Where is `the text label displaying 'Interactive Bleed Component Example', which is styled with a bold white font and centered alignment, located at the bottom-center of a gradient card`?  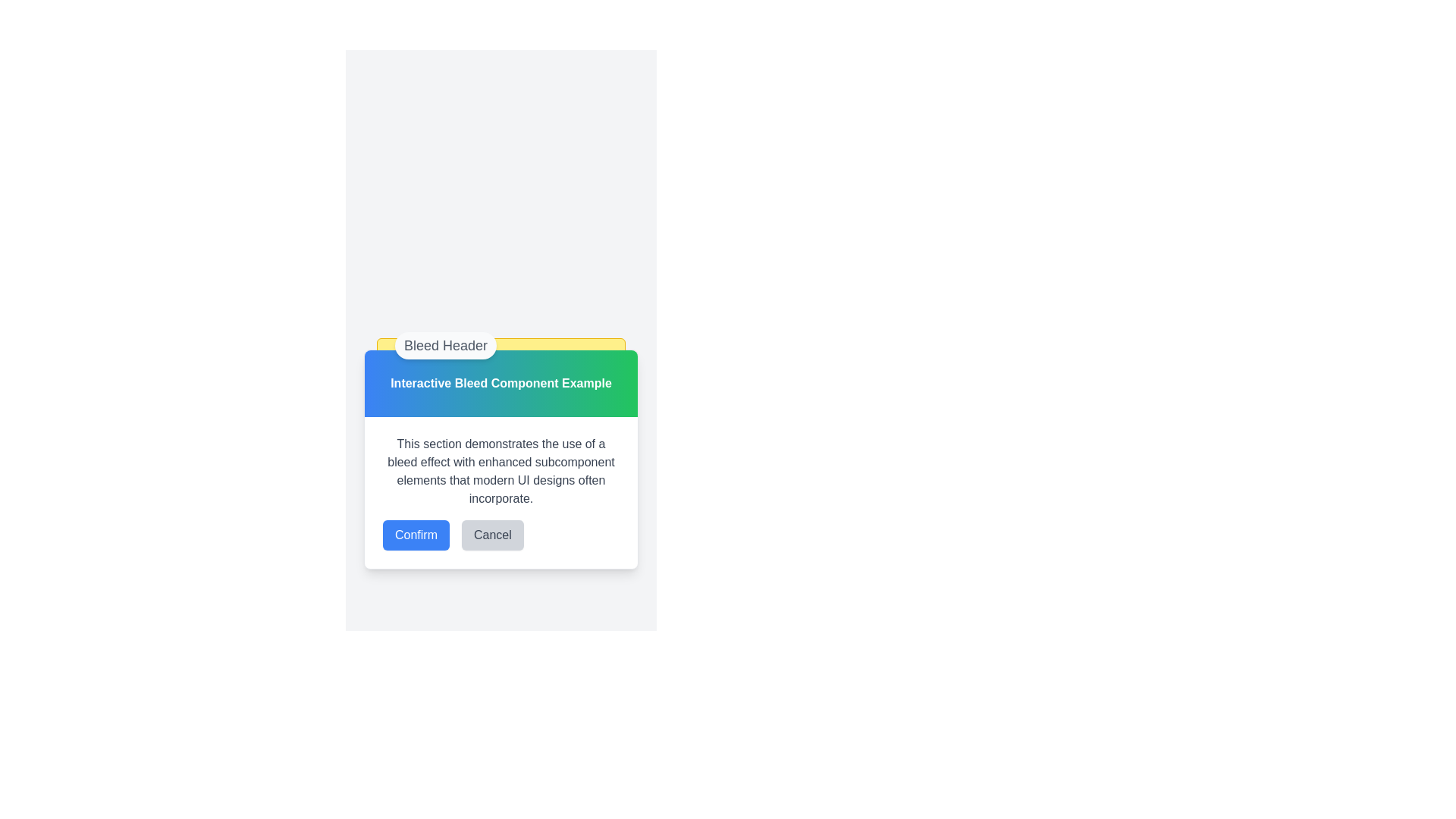
the text label displaying 'Interactive Bleed Component Example', which is styled with a bold white font and centered alignment, located at the bottom-center of a gradient card is located at coordinates (501, 382).